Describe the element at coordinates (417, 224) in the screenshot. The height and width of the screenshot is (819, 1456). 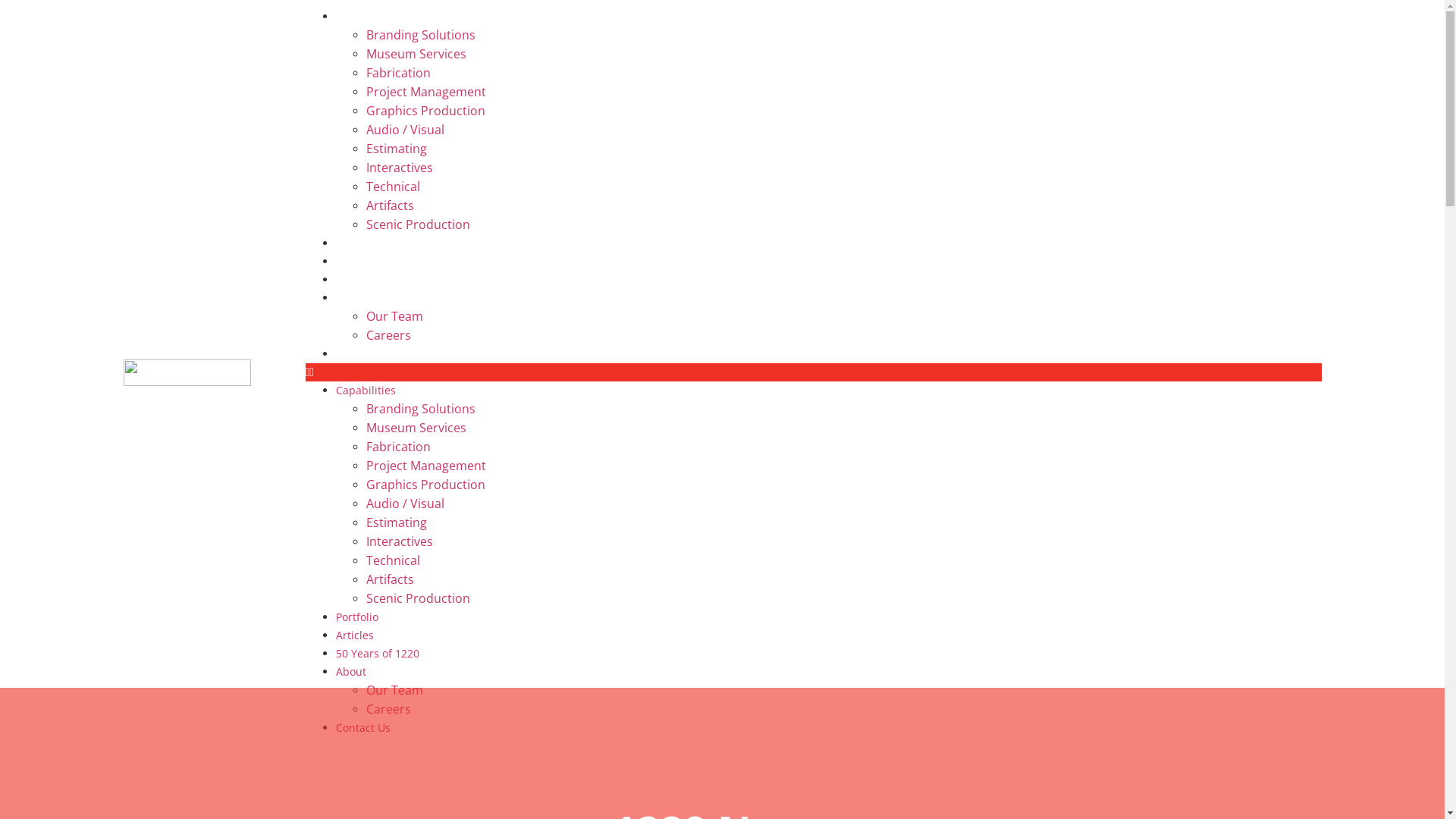
I see `'Scenic Production'` at that location.